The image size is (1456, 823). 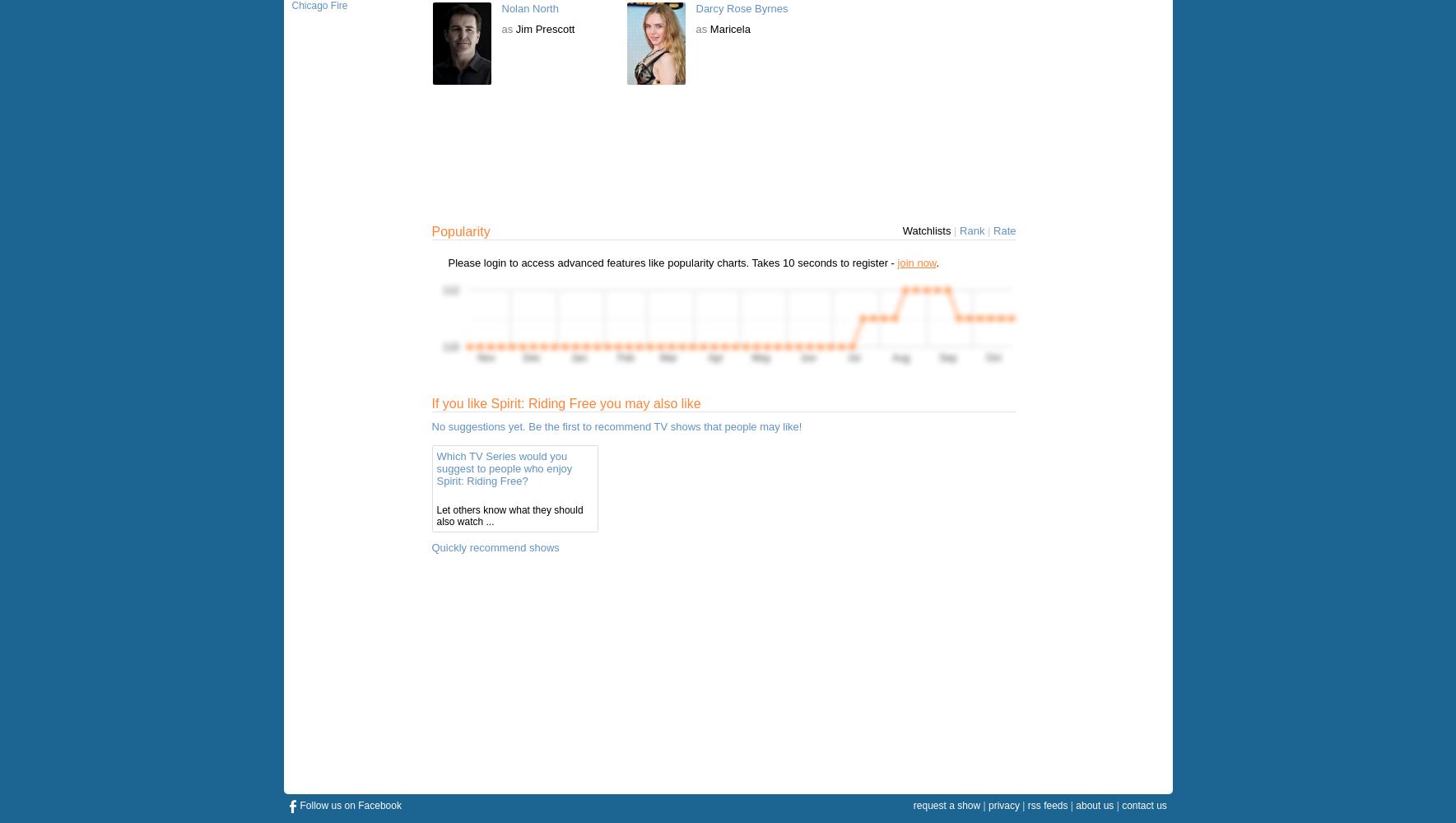 I want to click on 'Which TV Series would you suggest to people who enjoy Spirit: Riding Free?', so click(x=504, y=467).